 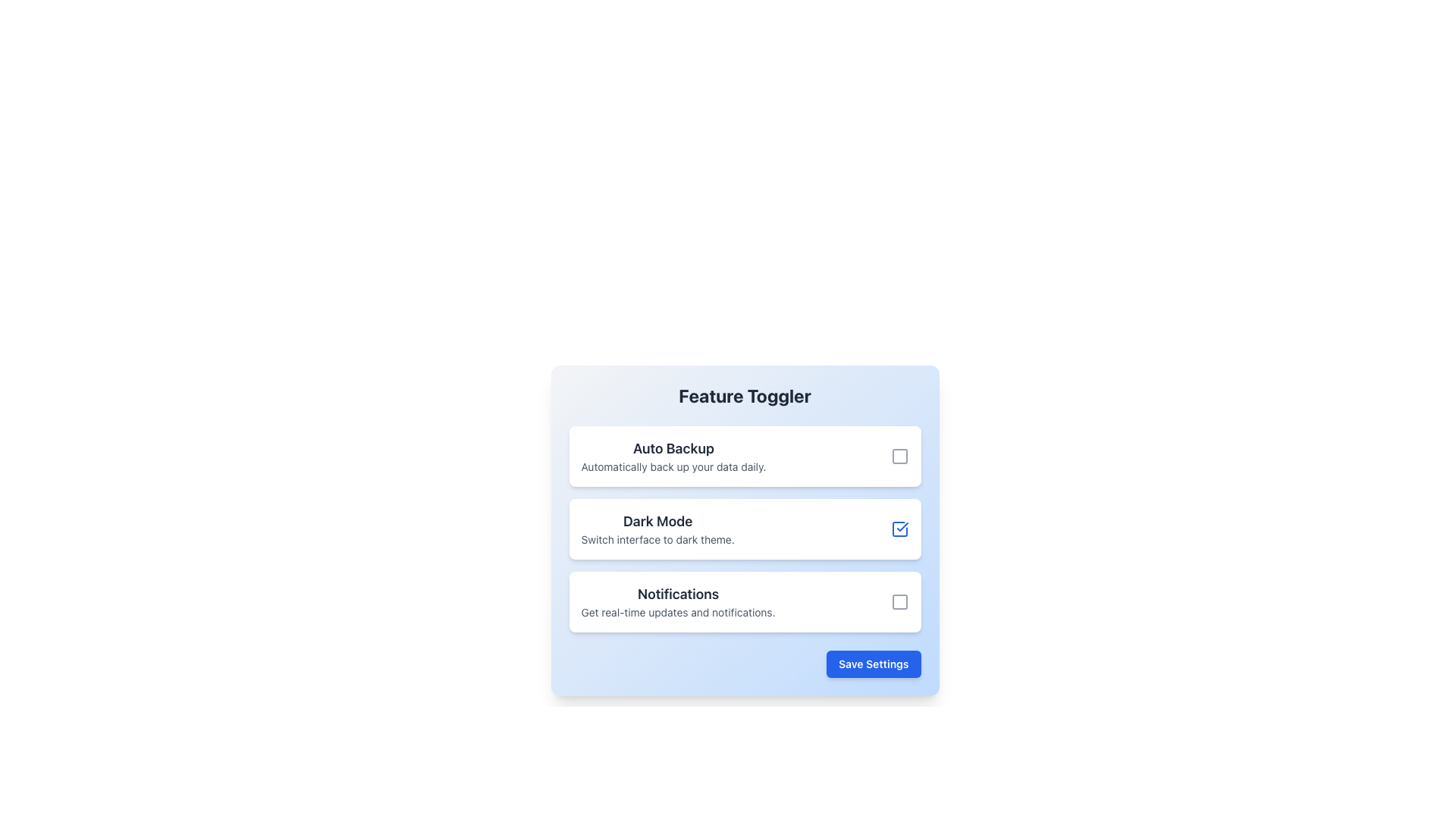 I want to click on the individual toggles within the 'Feature Toggler' section, so click(x=745, y=529).